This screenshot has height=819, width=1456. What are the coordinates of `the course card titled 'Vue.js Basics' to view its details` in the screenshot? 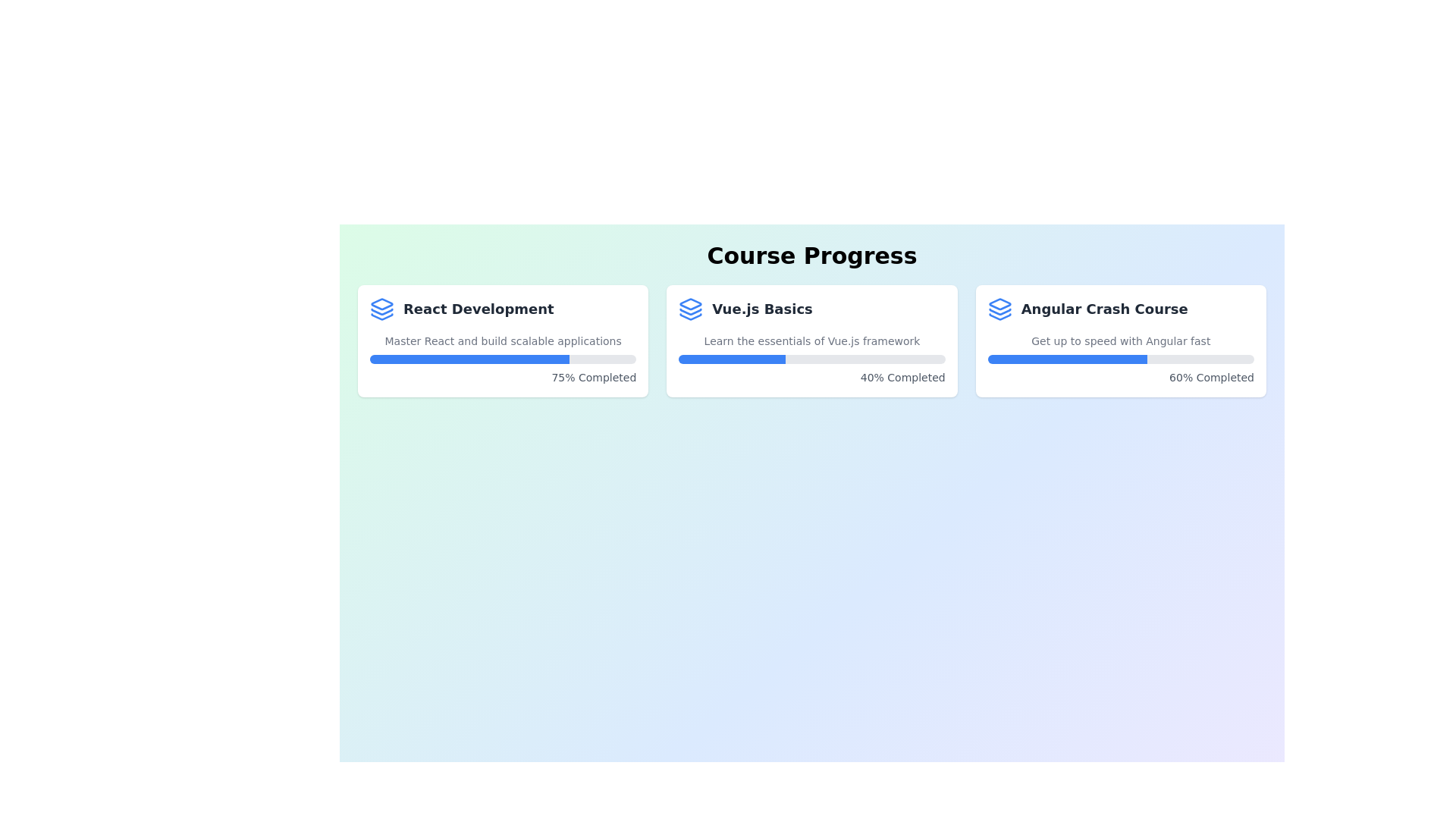 It's located at (811, 341).